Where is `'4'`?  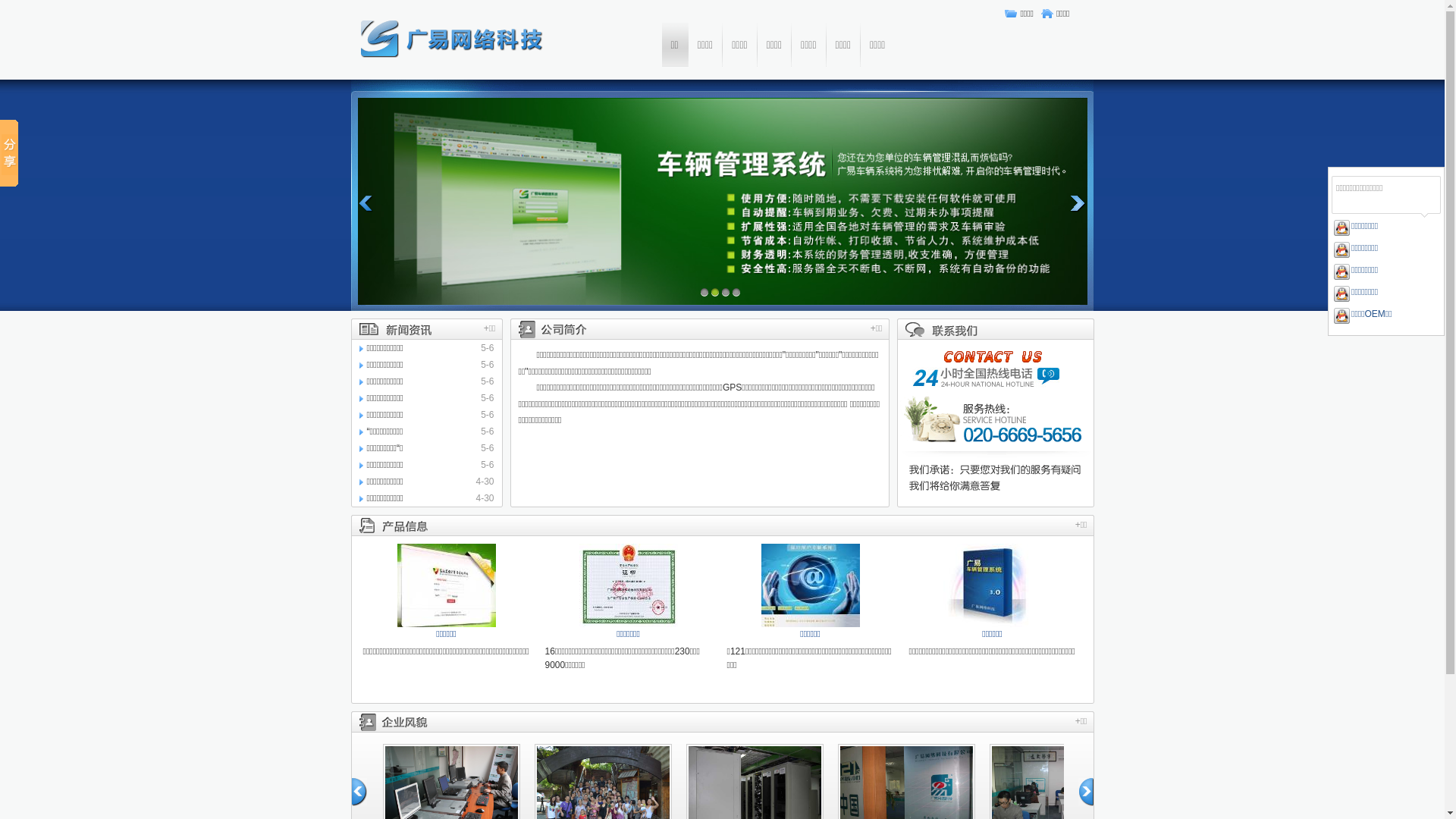 '4' is located at coordinates (735, 292).